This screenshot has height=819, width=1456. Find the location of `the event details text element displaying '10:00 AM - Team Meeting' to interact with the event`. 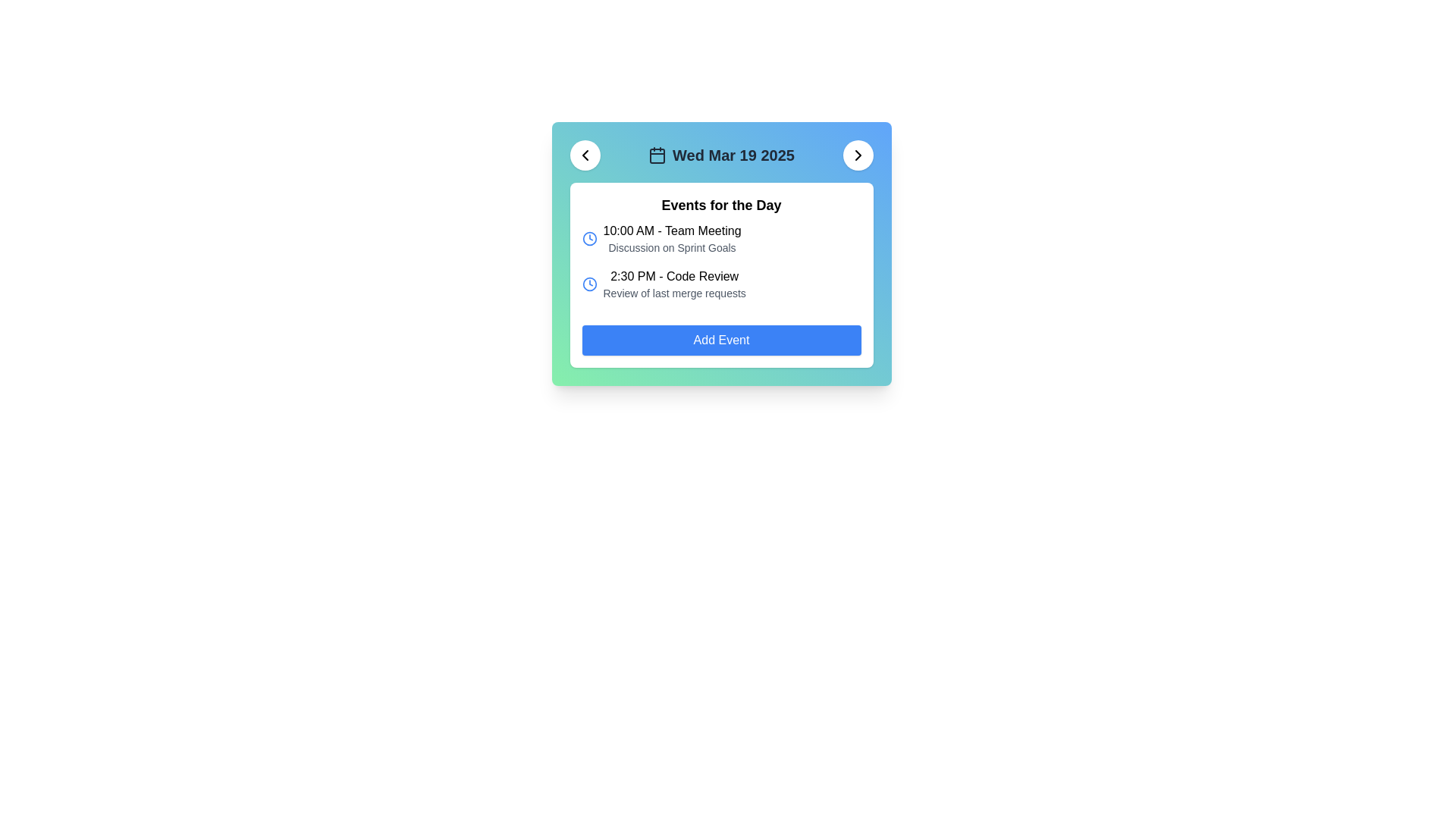

the event details text element displaying '10:00 AM - Team Meeting' to interact with the event is located at coordinates (671, 239).